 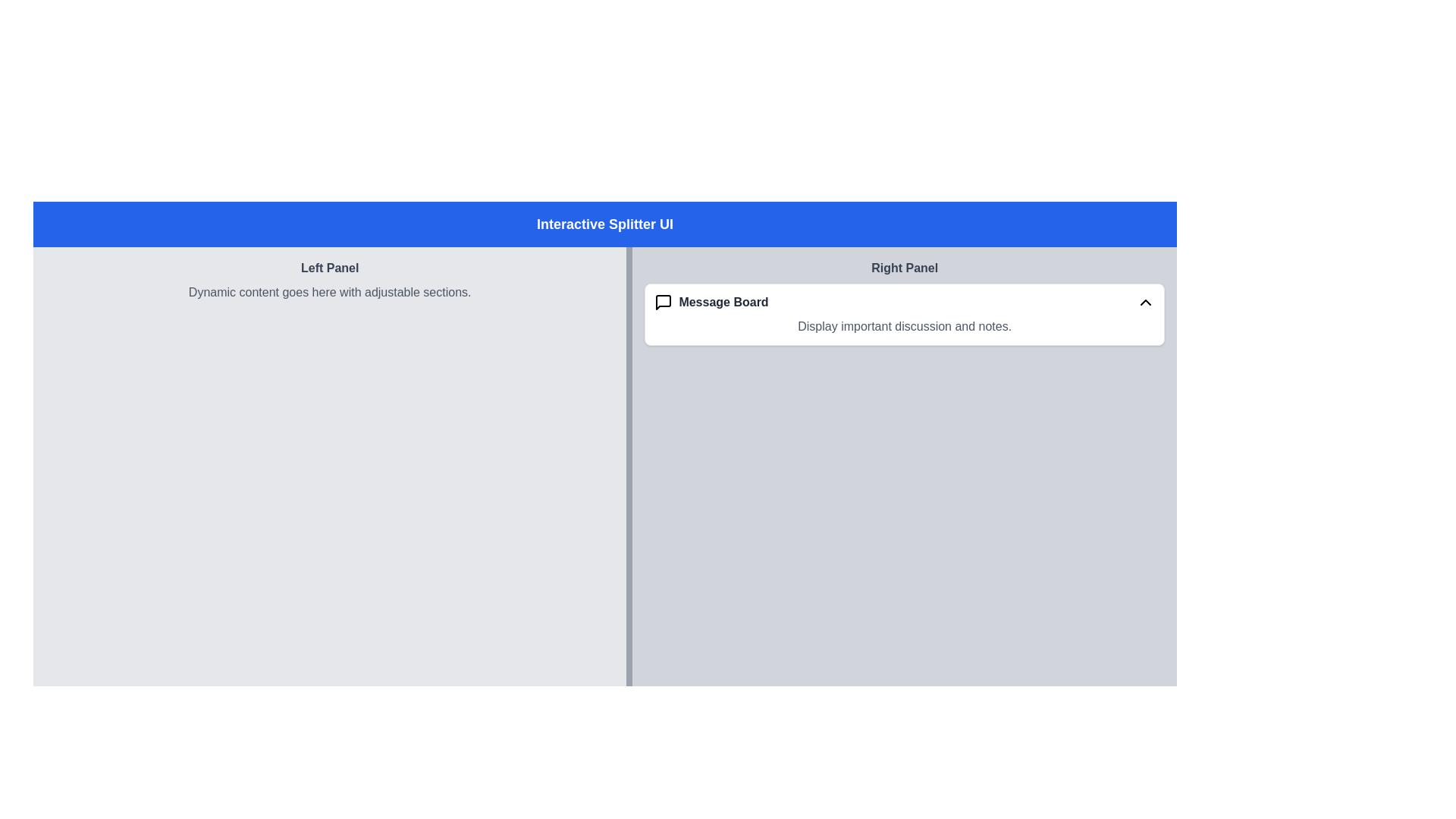 What do you see at coordinates (723, 302) in the screenshot?
I see `the interactive Text Label indicating the 'Message Board' section, which is positioned in the right panel above the descriptive text and adjacent to an icon` at bounding box center [723, 302].